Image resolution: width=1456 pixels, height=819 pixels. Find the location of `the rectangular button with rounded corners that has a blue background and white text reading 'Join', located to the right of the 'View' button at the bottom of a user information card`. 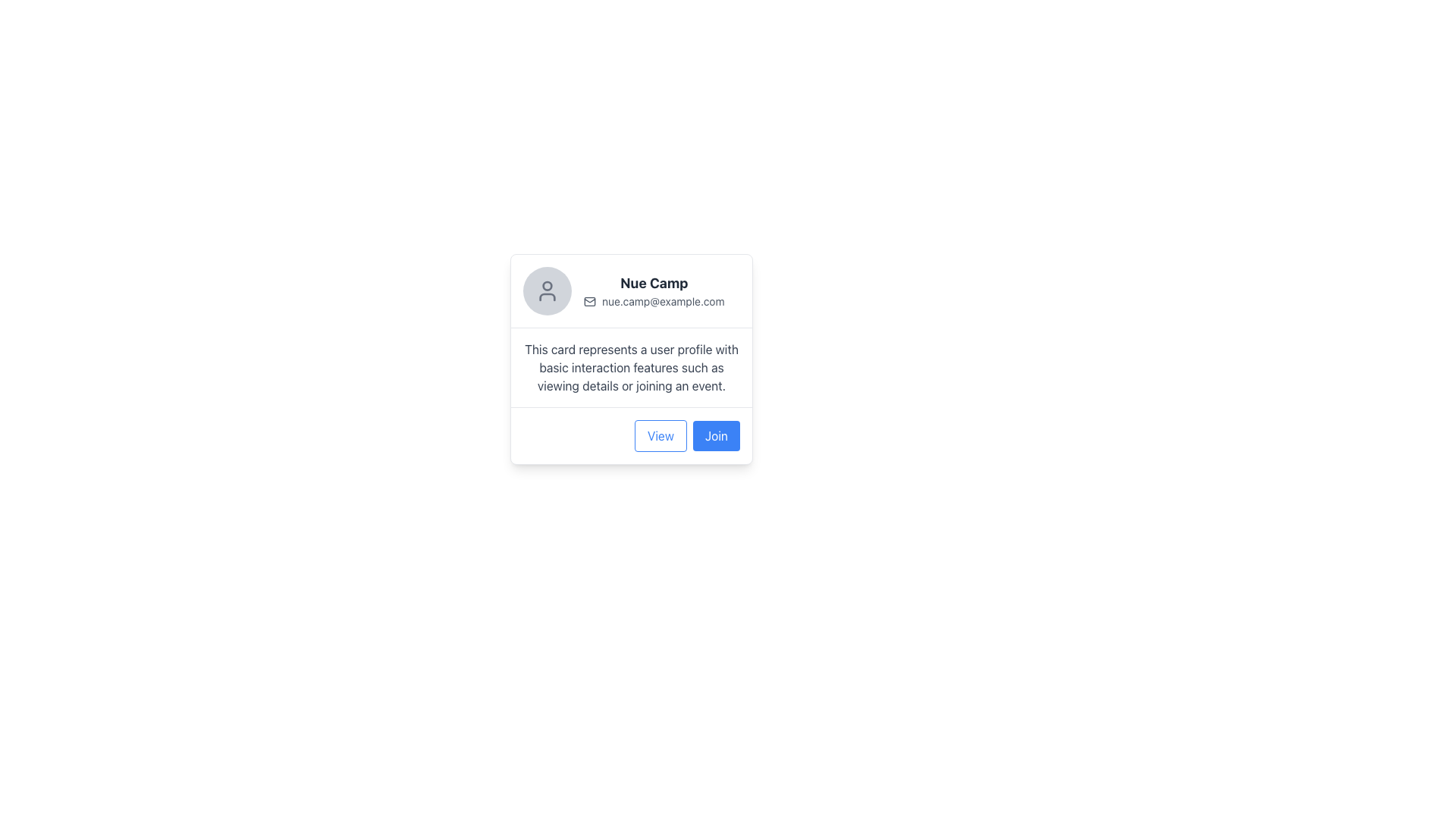

the rectangular button with rounded corners that has a blue background and white text reading 'Join', located to the right of the 'View' button at the bottom of a user information card is located at coordinates (716, 435).